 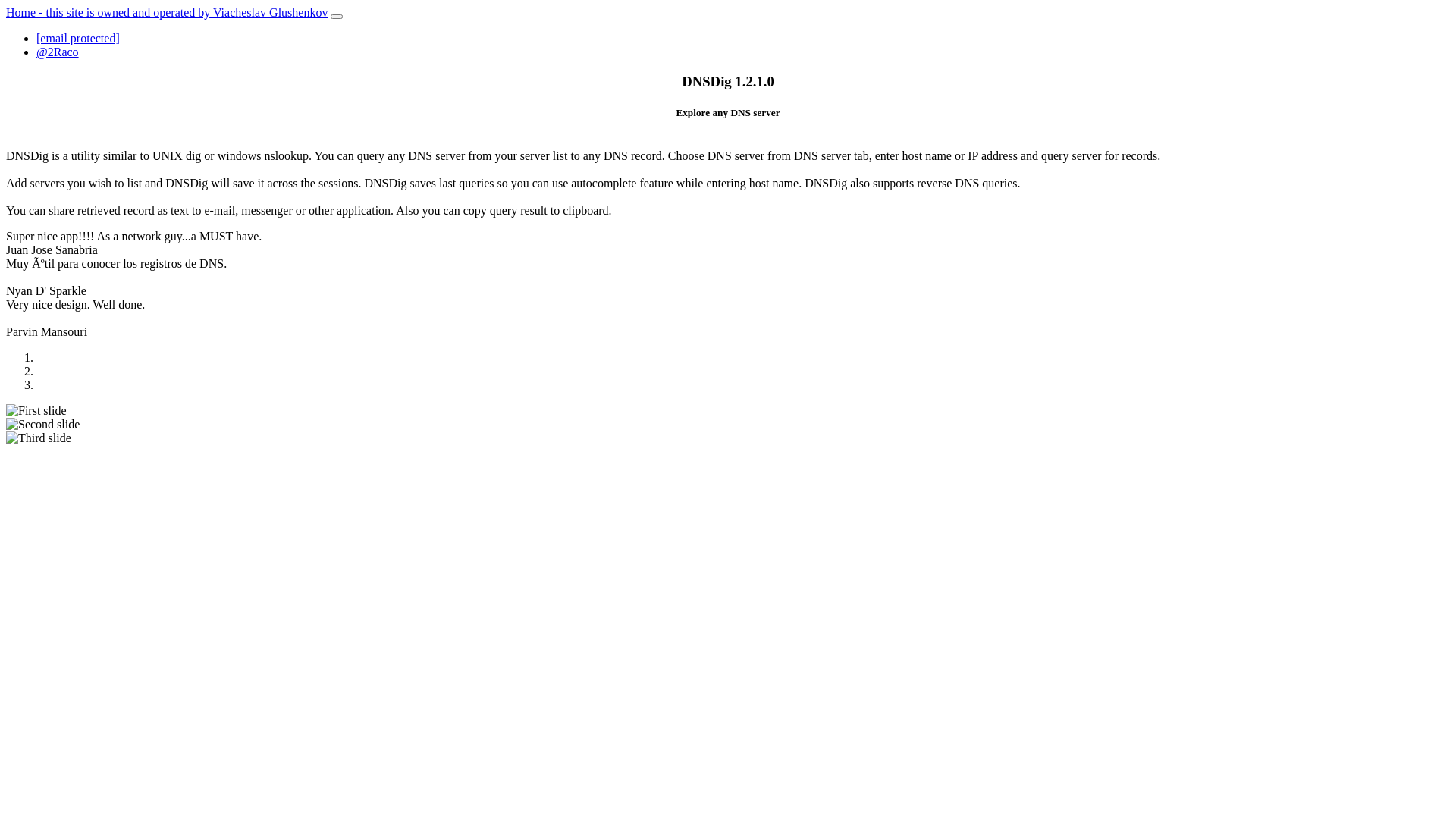 What do you see at coordinates (36, 51) in the screenshot?
I see `'@2Raco'` at bounding box center [36, 51].